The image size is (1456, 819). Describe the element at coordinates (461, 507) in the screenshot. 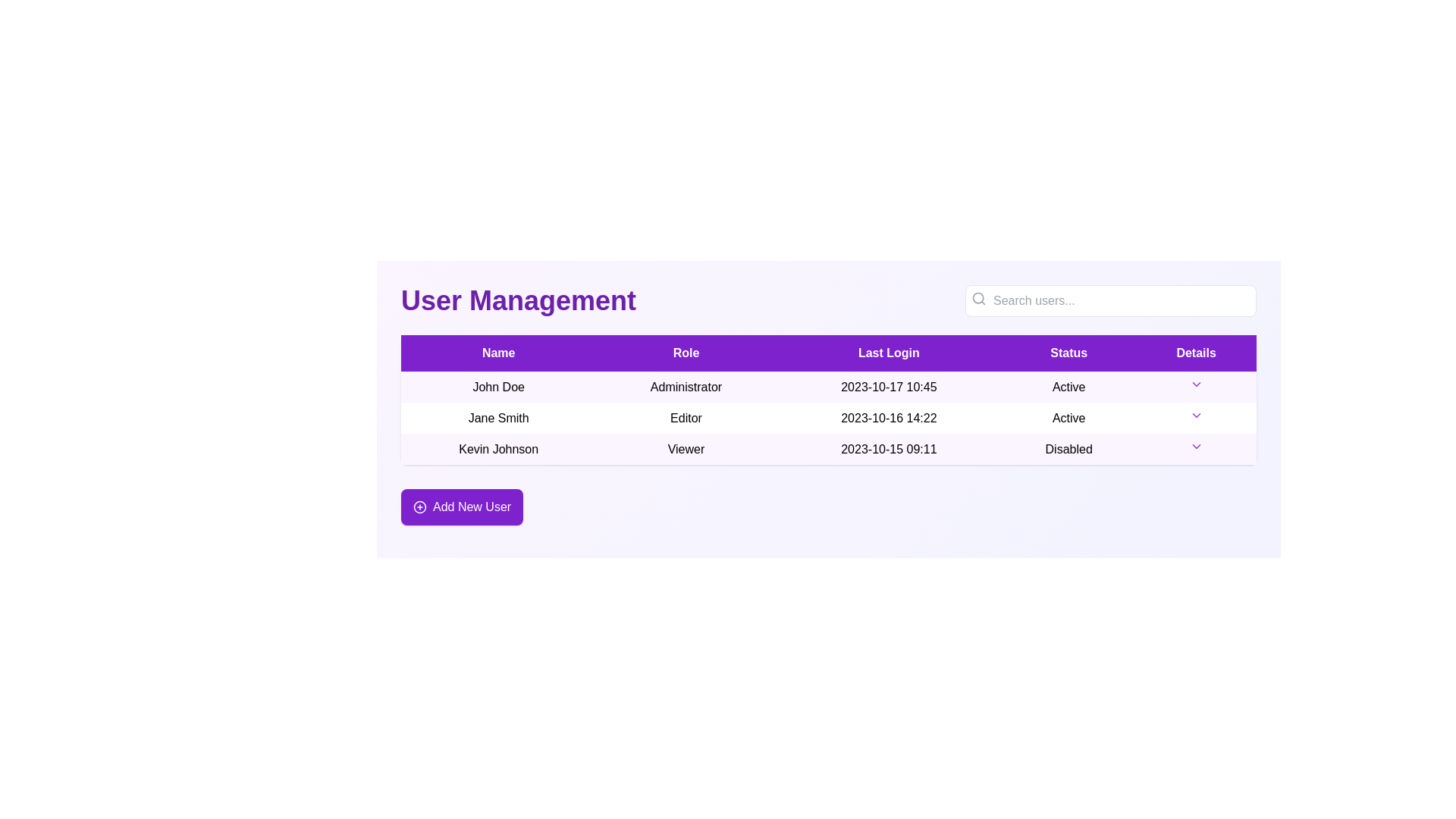

I see `the button located below the user details table` at that location.